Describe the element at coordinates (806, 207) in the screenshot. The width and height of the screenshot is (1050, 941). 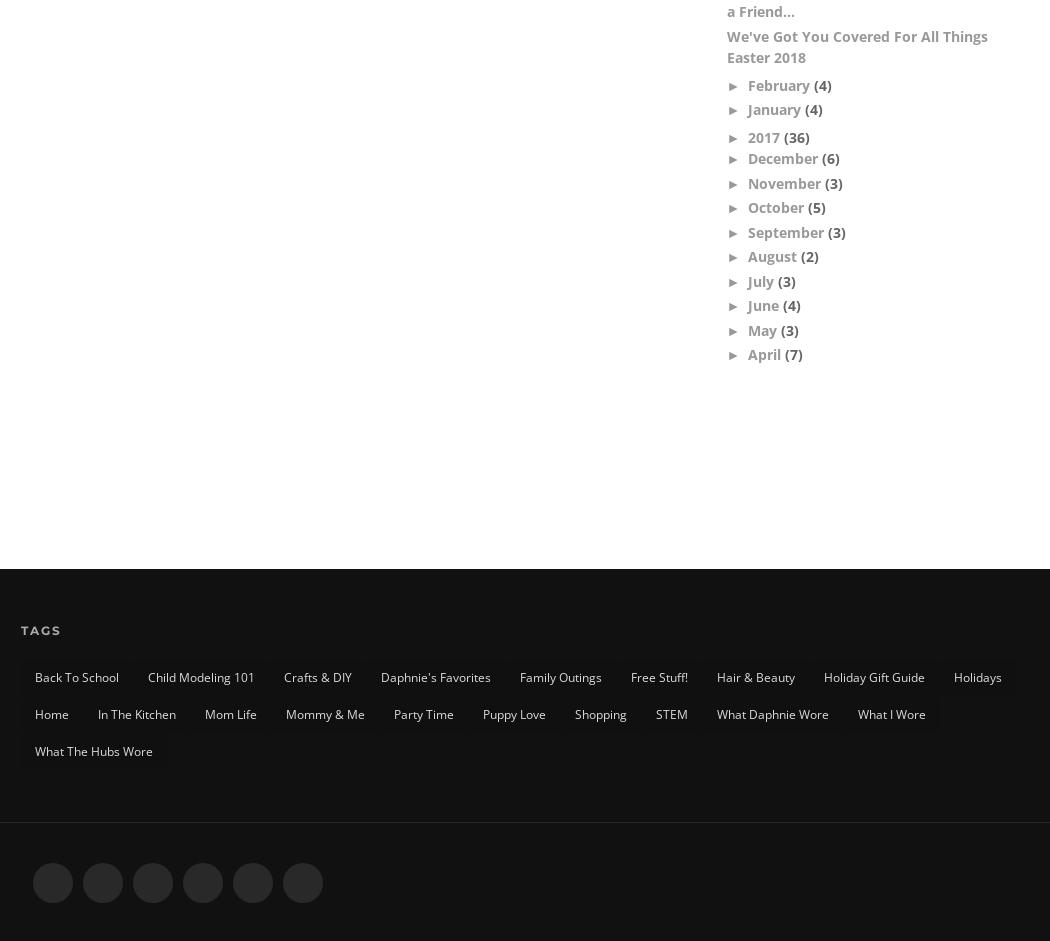
I see `'(5)'` at that location.